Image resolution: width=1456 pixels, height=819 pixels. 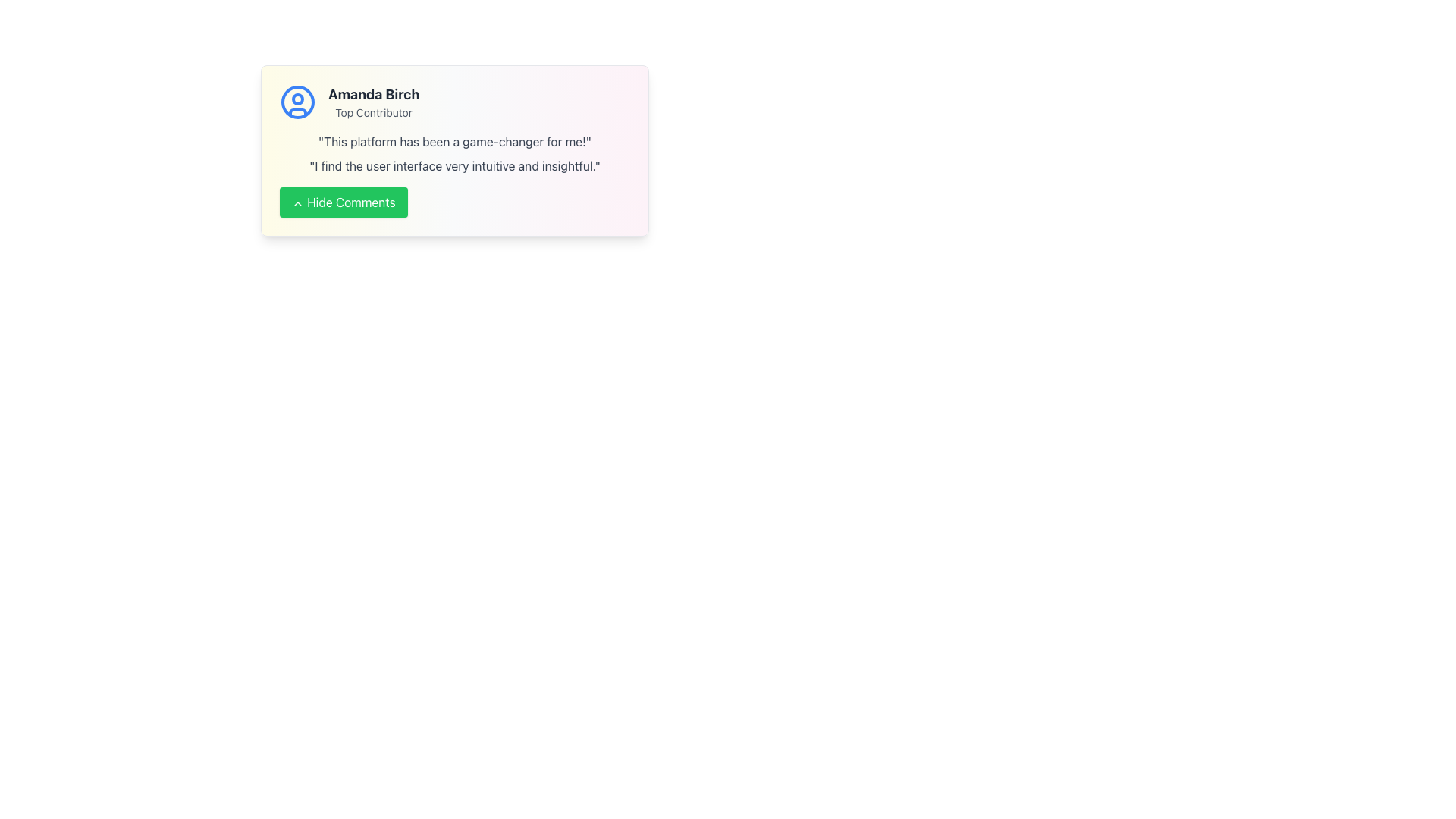 I want to click on the user profile icon located on the extreme left of the section containing the name 'Amanda Birch' and the title 'Top Contributor', so click(x=298, y=102).